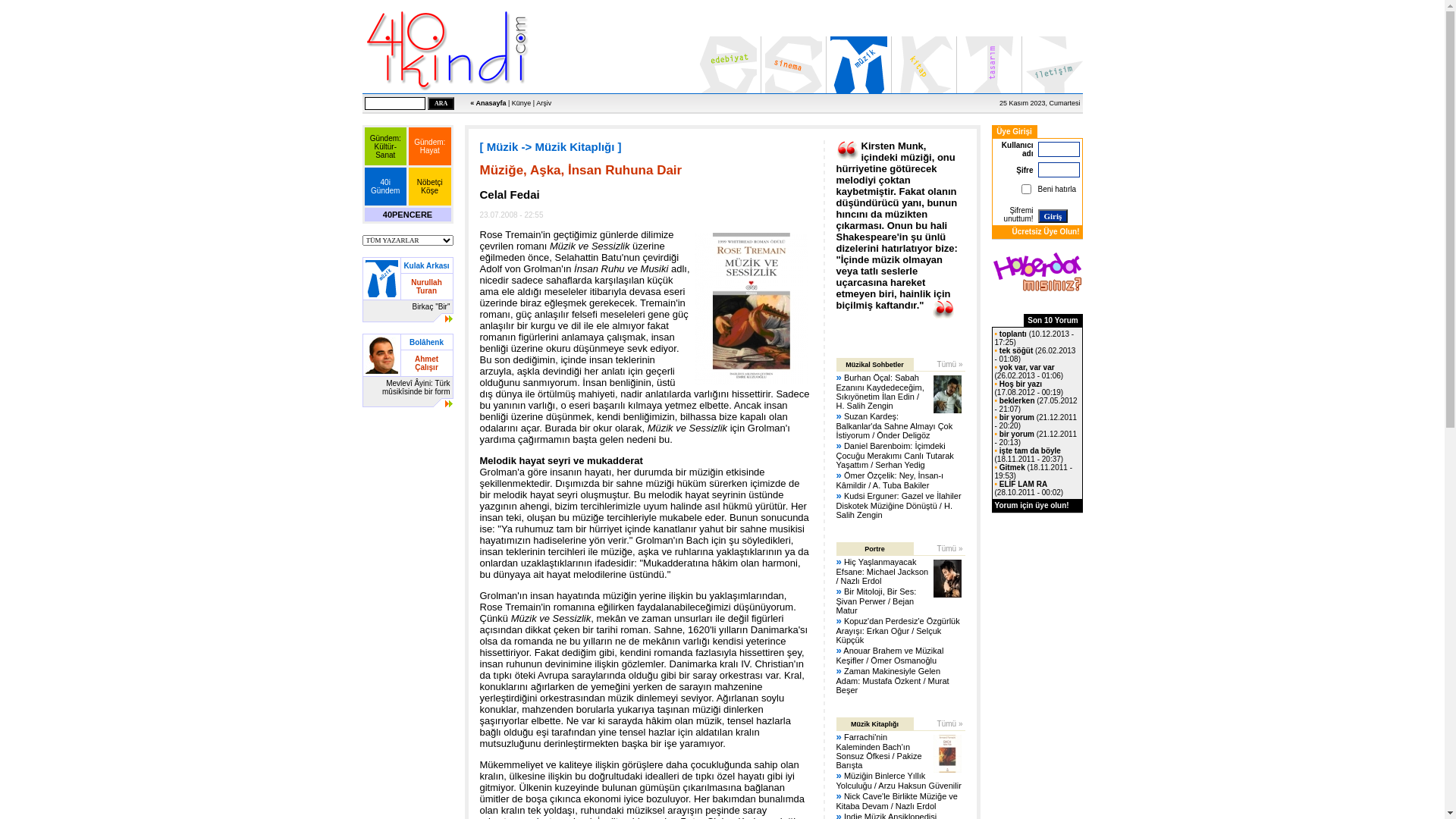 The height and width of the screenshot is (819, 1456). I want to click on 'Kitap', so click(922, 64).